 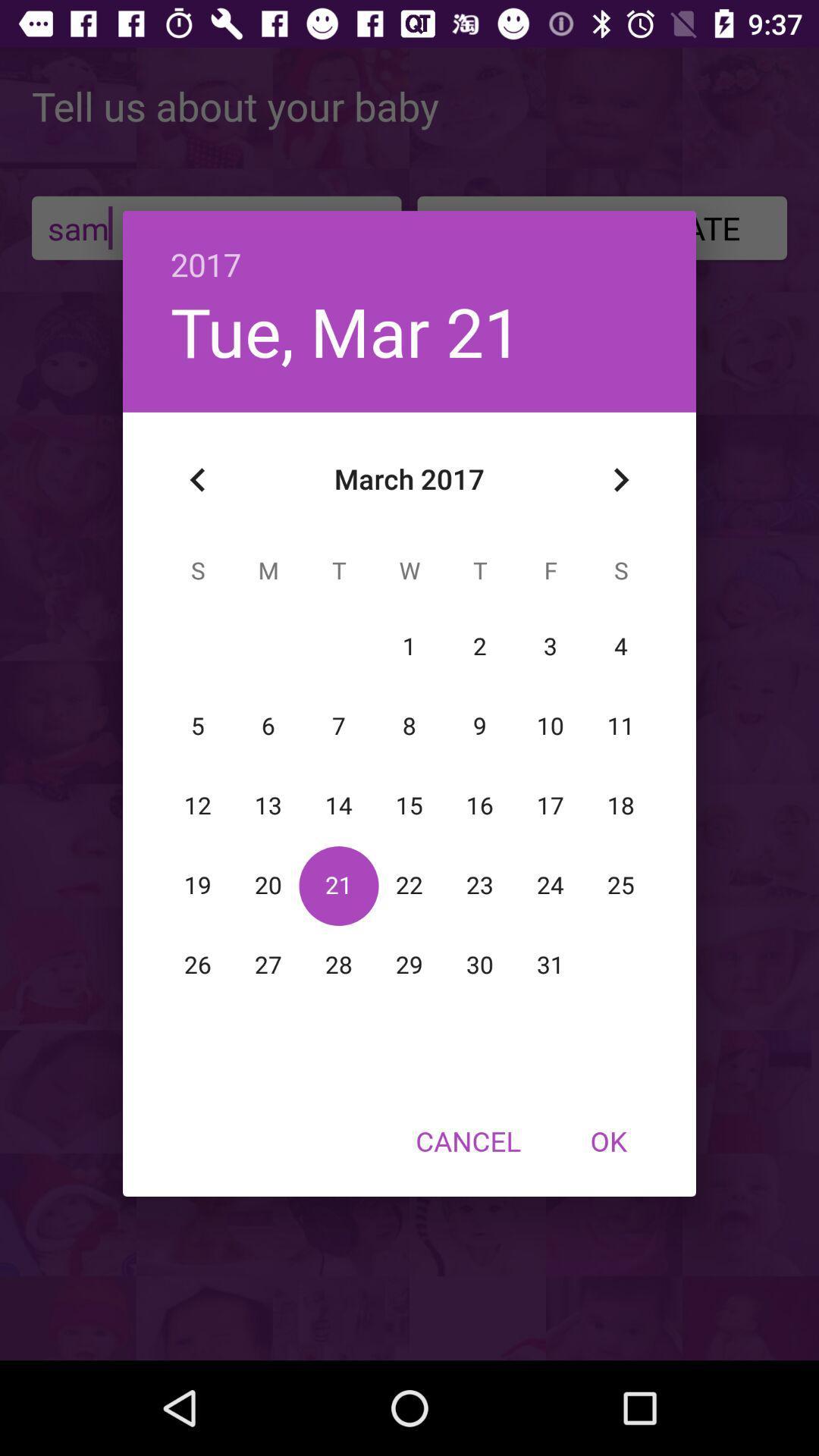 What do you see at coordinates (607, 1141) in the screenshot?
I see `item to the right of the cancel item` at bounding box center [607, 1141].